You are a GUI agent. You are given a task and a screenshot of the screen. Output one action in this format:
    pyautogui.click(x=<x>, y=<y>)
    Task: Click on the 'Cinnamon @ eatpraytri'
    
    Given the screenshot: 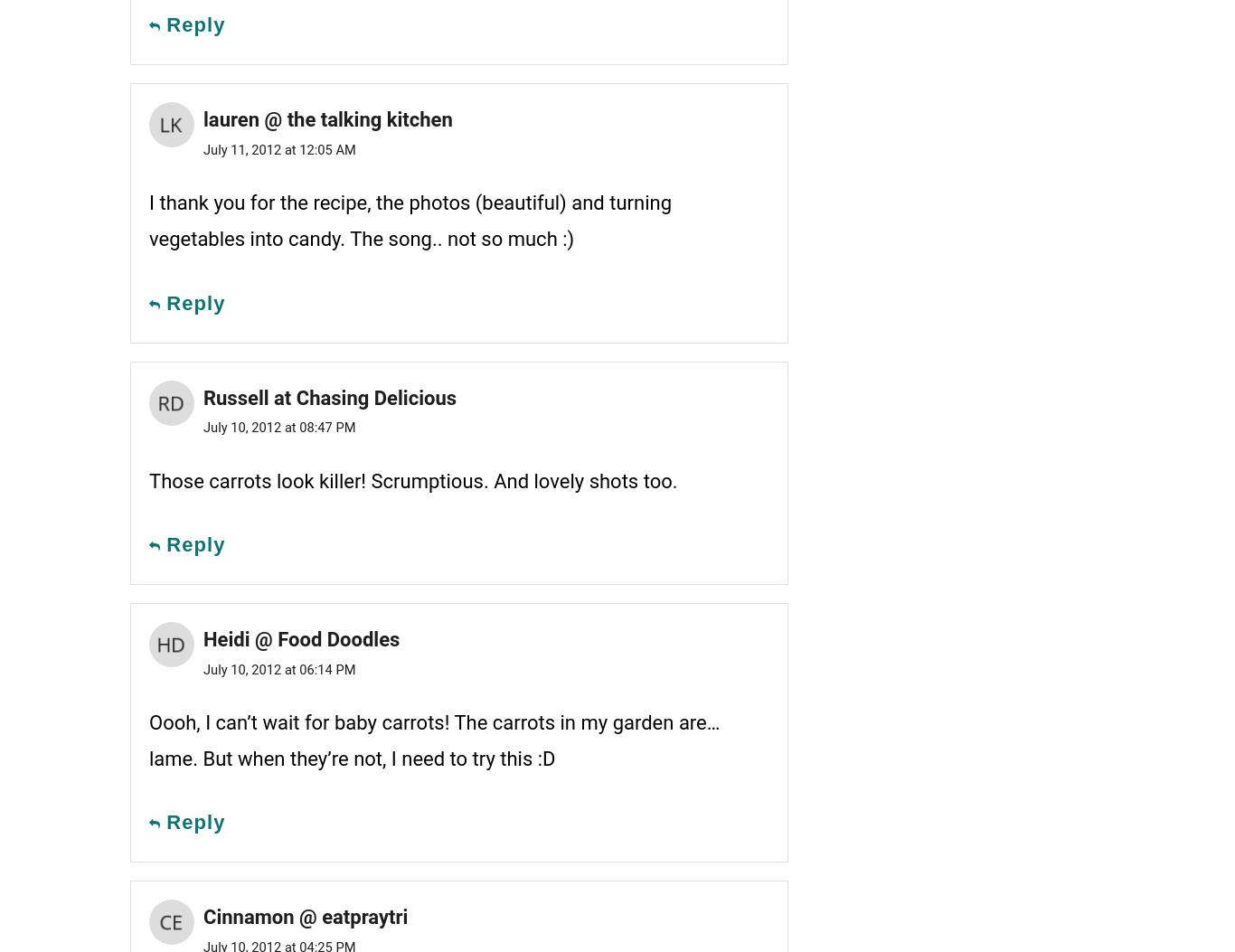 What is the action you would take?
    pyautogui.click(x=305, y=916)
    